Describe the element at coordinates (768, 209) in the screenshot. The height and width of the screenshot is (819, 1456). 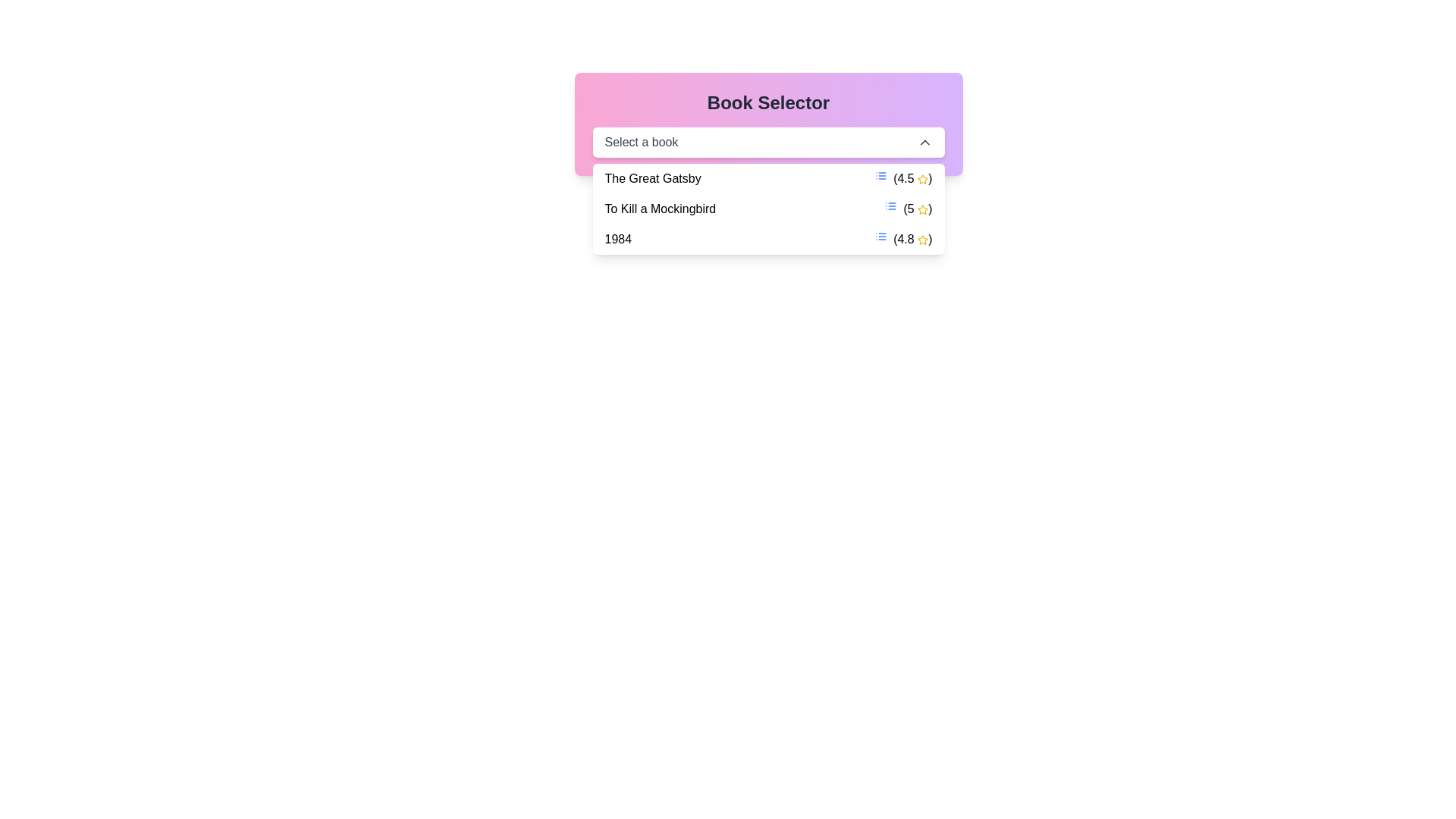
I see `the book item in the dropdown list, which appears below the 'Select a book' dropdown button` at that location.